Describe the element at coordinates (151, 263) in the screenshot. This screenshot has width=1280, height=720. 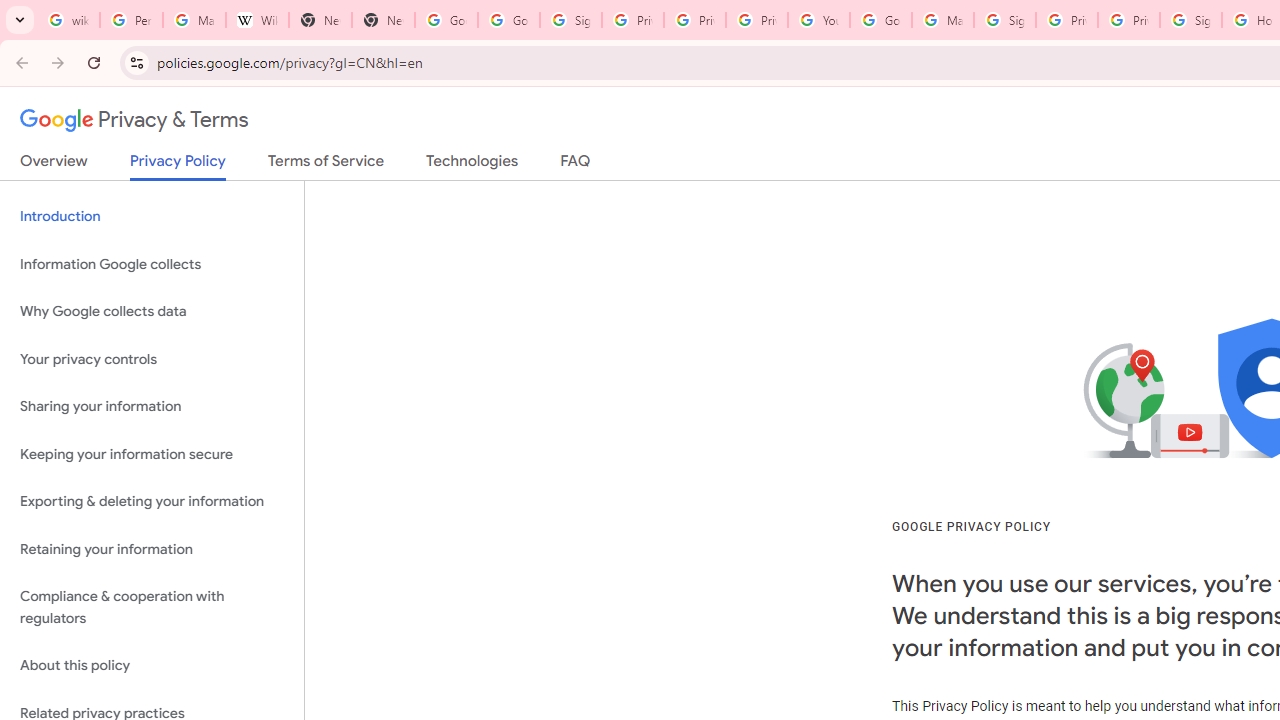
I see `'Information Google collects'` at that location.